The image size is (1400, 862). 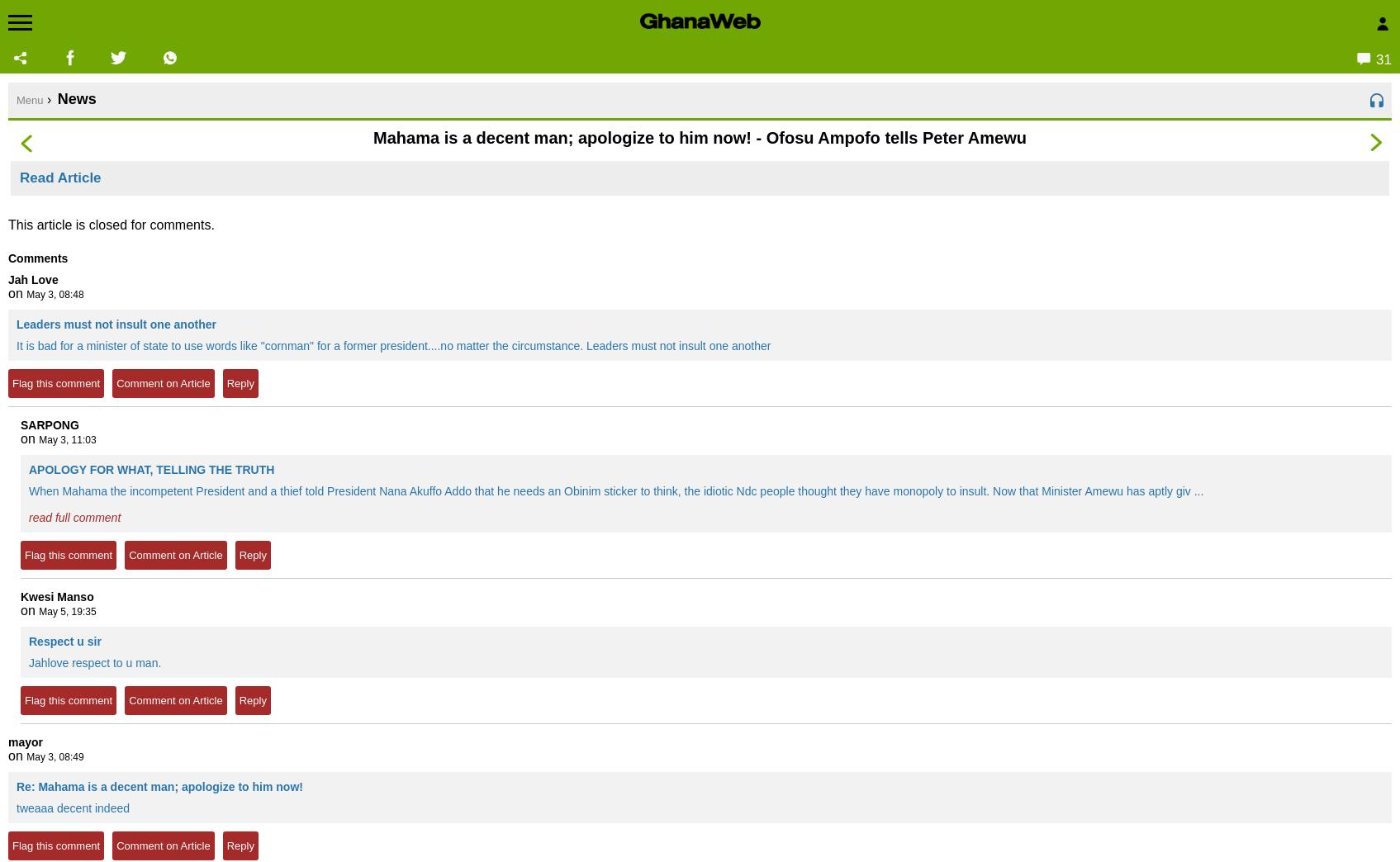 I want to click on 'When Mahama the incompetent President and a thief told President Nana Akuffo Addo that he needs an Obinim sticker to think, the idiotic Ndc people thought they have monopoly to insult.

Now that Minister Amewu has aptly giv ...', so click(x=615, y=490).